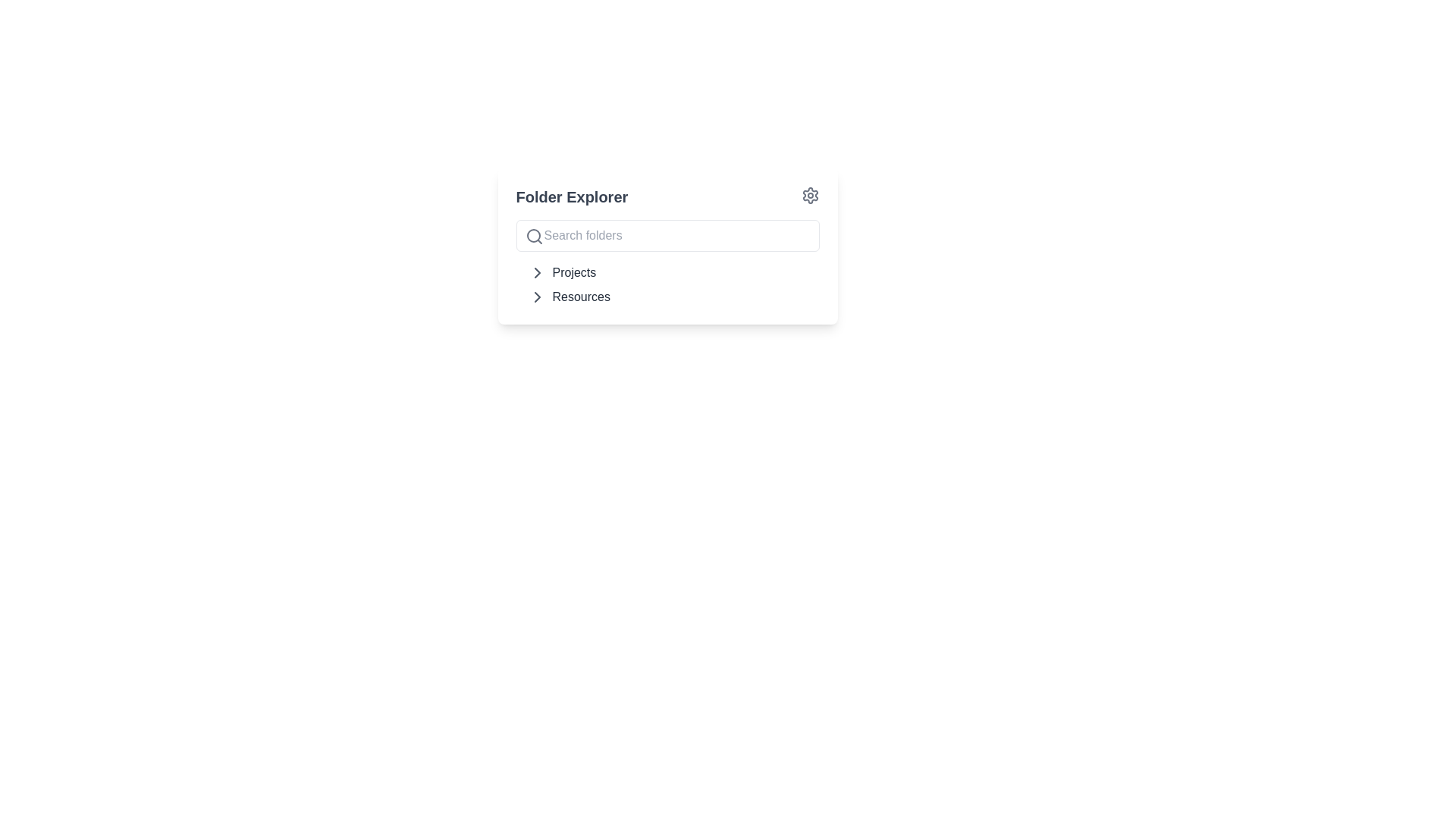 Image resolution: width=1456 pixels, height=819 pixels. I want to click on the first Expandable Menu Item labeled 'Projects' in the sidebar of the Folder Explorer interface, so click(673, 271).